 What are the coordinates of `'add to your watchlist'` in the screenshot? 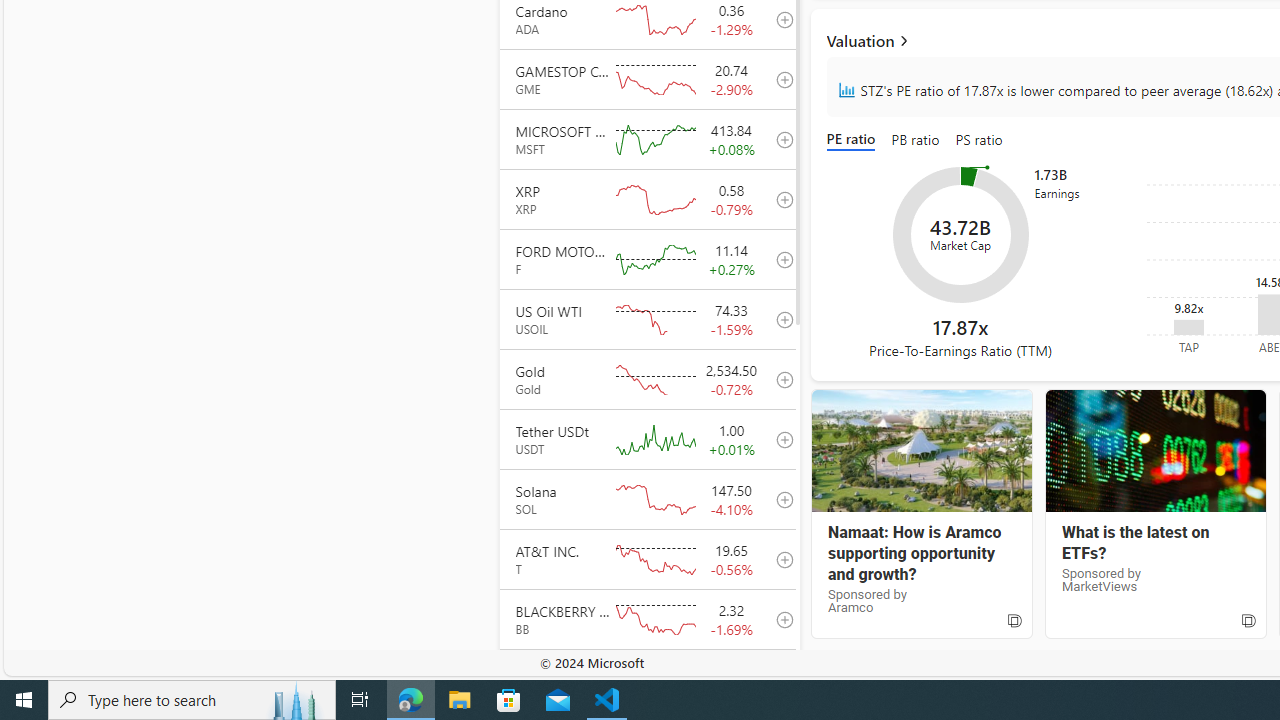 It's located at (778, 678).